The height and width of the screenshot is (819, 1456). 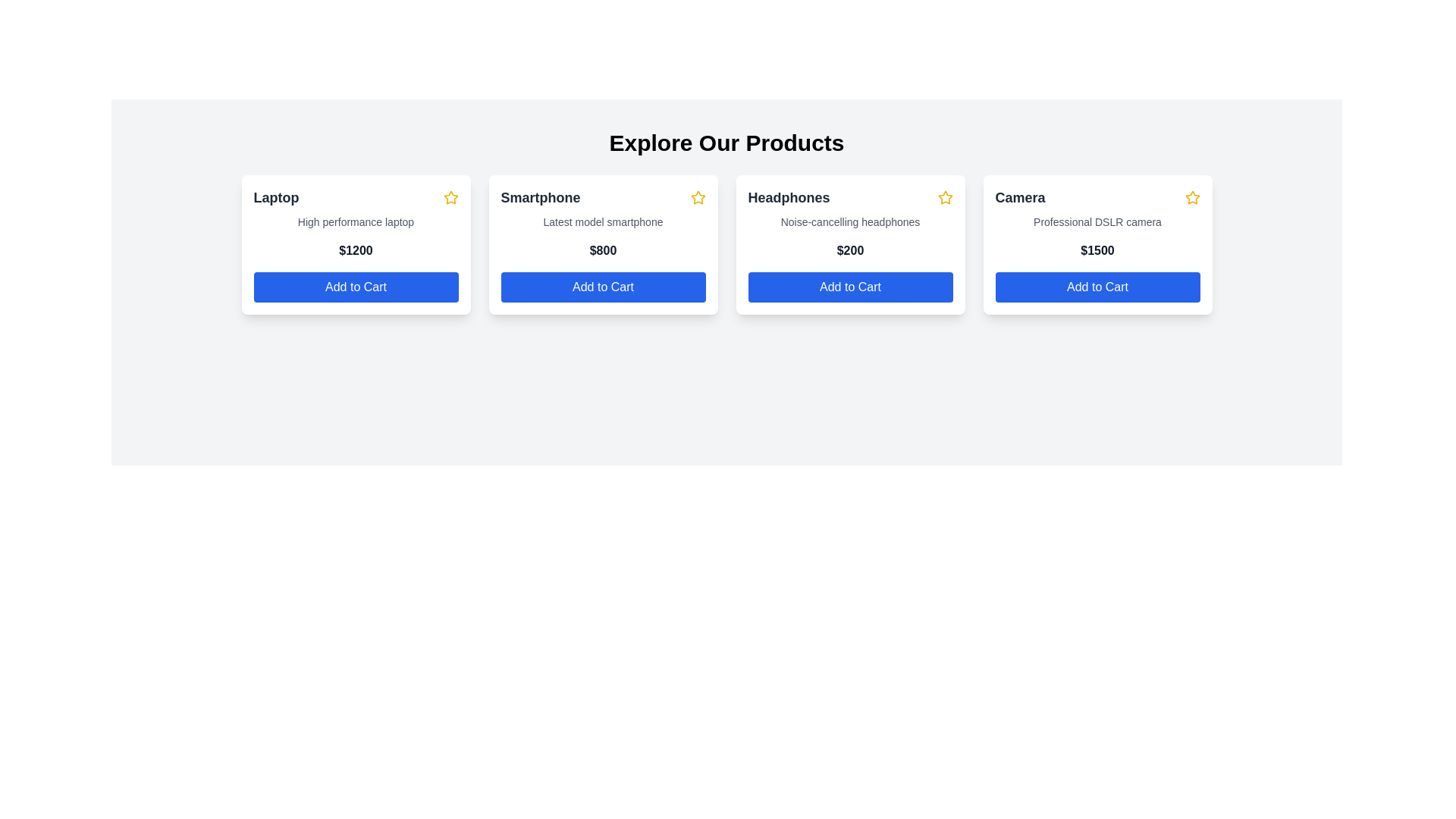 What do you see at coordinates (789, 197) in the screenshot?
I see `the Text label that serves as the title for the product 'Headphones', which is located at the top of the product card` at bounding box center [789, 197].